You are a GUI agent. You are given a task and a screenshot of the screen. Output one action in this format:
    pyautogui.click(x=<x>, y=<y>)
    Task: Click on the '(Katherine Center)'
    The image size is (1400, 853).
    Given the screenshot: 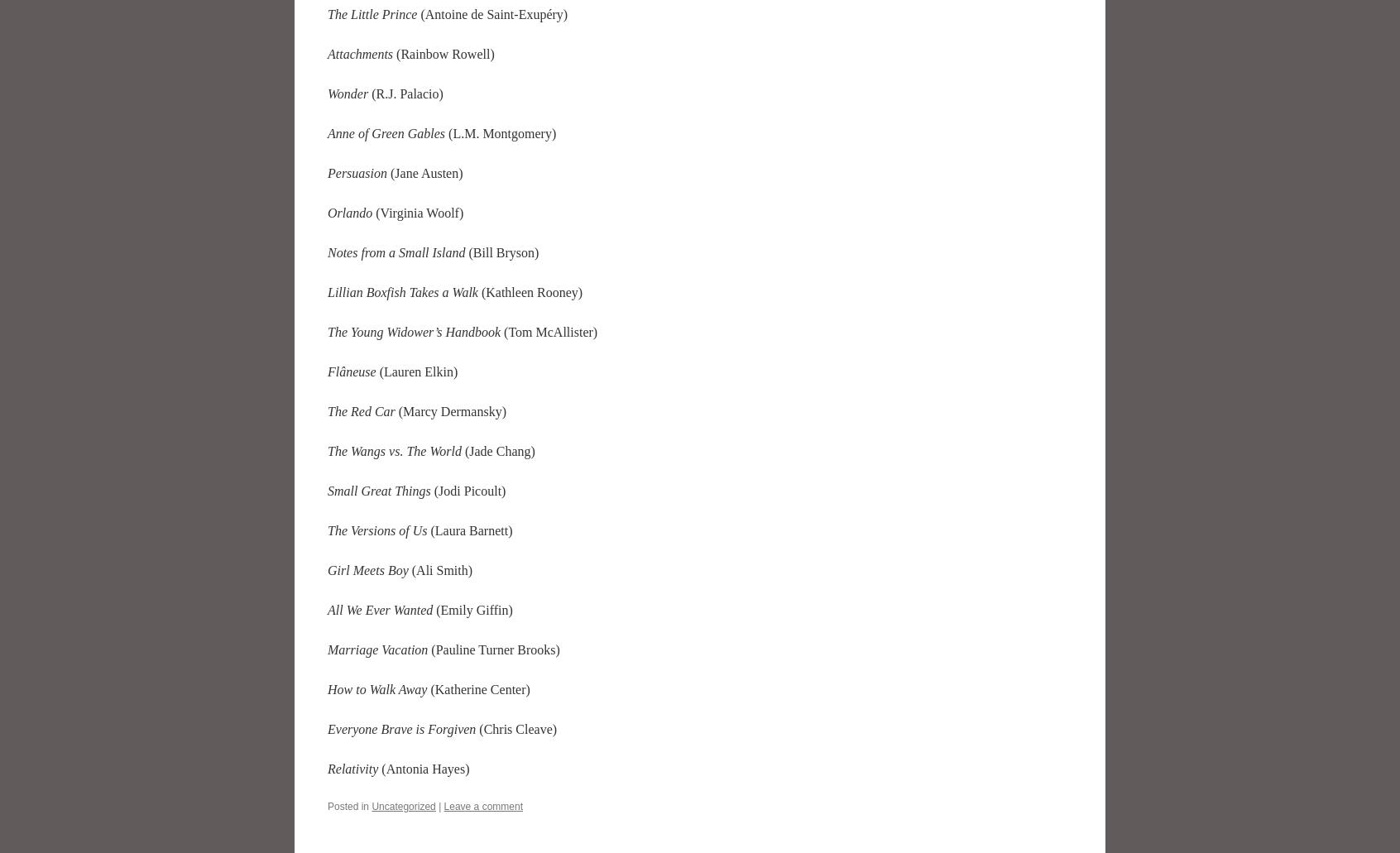 What is the action you would take?
    pyautogui.click(x=479, y=688)
    